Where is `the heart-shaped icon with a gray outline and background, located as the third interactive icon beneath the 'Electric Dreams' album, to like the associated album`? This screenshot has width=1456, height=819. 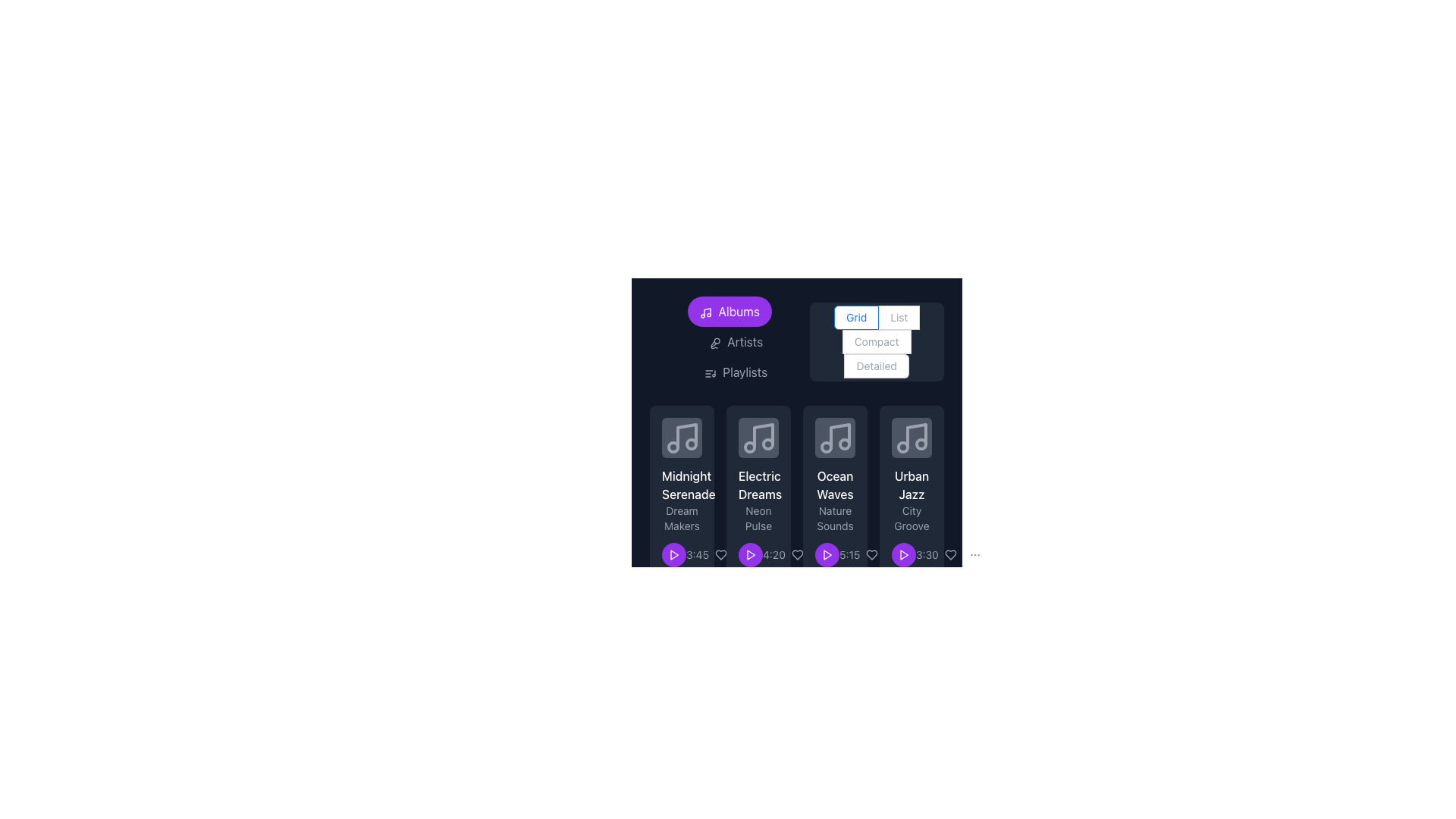
the heart-shaped icon with a gray outline and background, located as the third interactive icon beneath the 'Electric Dreams' album, to like the associated album is located at coordinates (720, 555).